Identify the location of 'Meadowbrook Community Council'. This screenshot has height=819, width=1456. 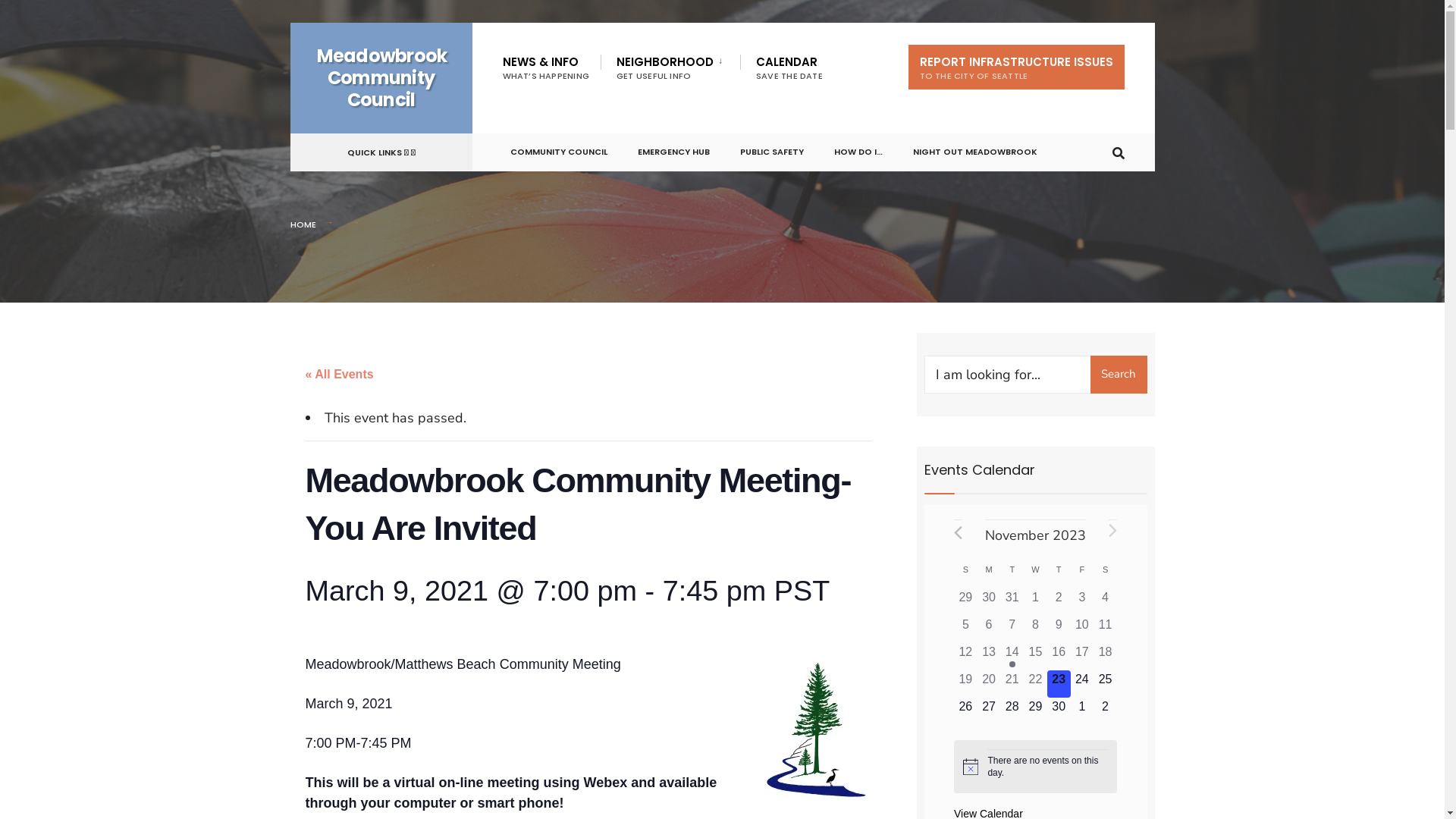
(382, 77).